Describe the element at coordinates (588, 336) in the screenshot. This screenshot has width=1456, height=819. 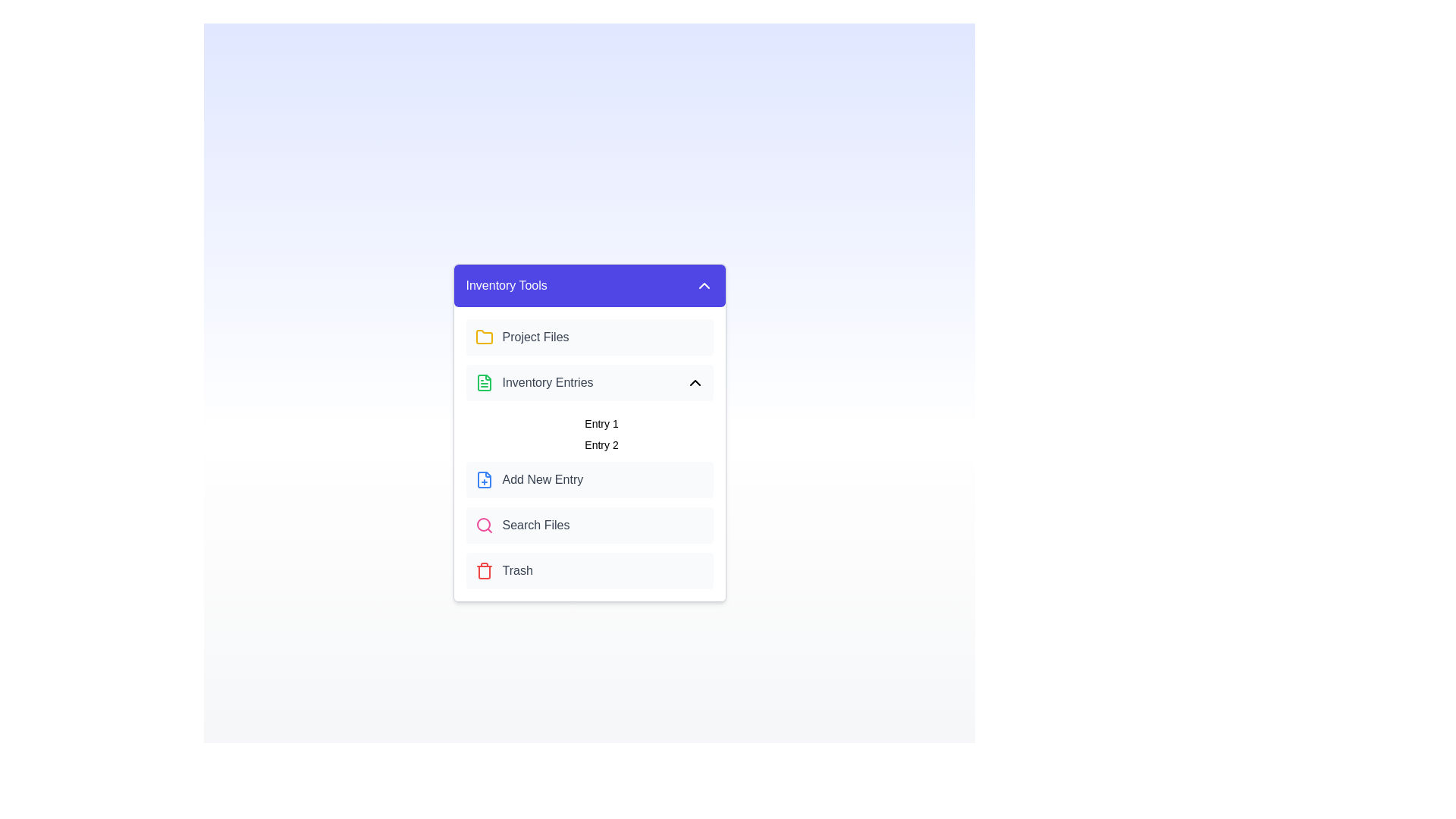
I see `the 'Project Files' button, which is the first item in the 'Inventory Tools' panel, to trigger the tooltip or highlight effect` at that location.